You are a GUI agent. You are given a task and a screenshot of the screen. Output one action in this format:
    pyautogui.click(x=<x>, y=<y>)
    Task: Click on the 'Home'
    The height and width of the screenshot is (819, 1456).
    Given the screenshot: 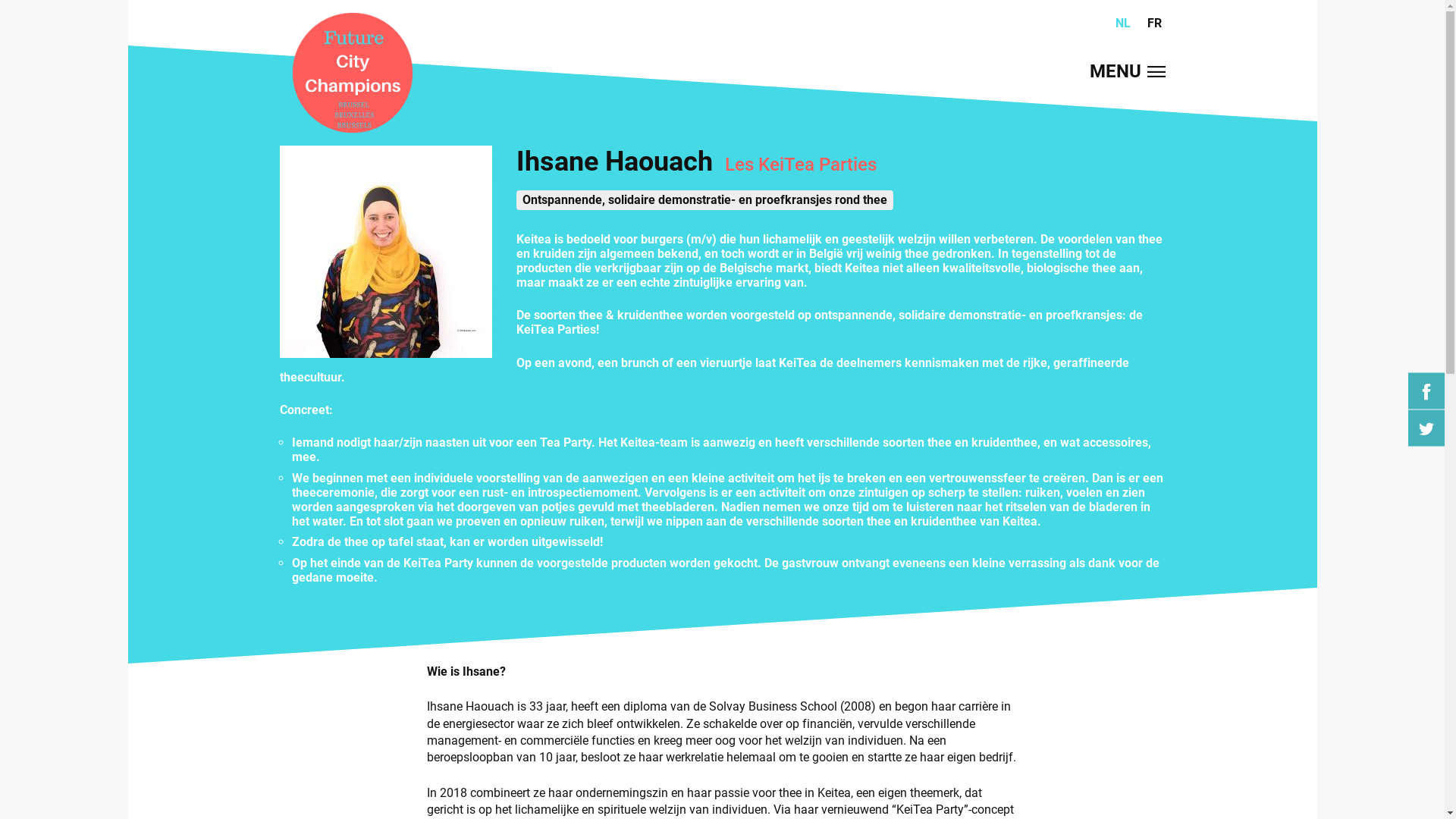 What is the action you would take?
    pyautogui.click(x=351, y=74)
    